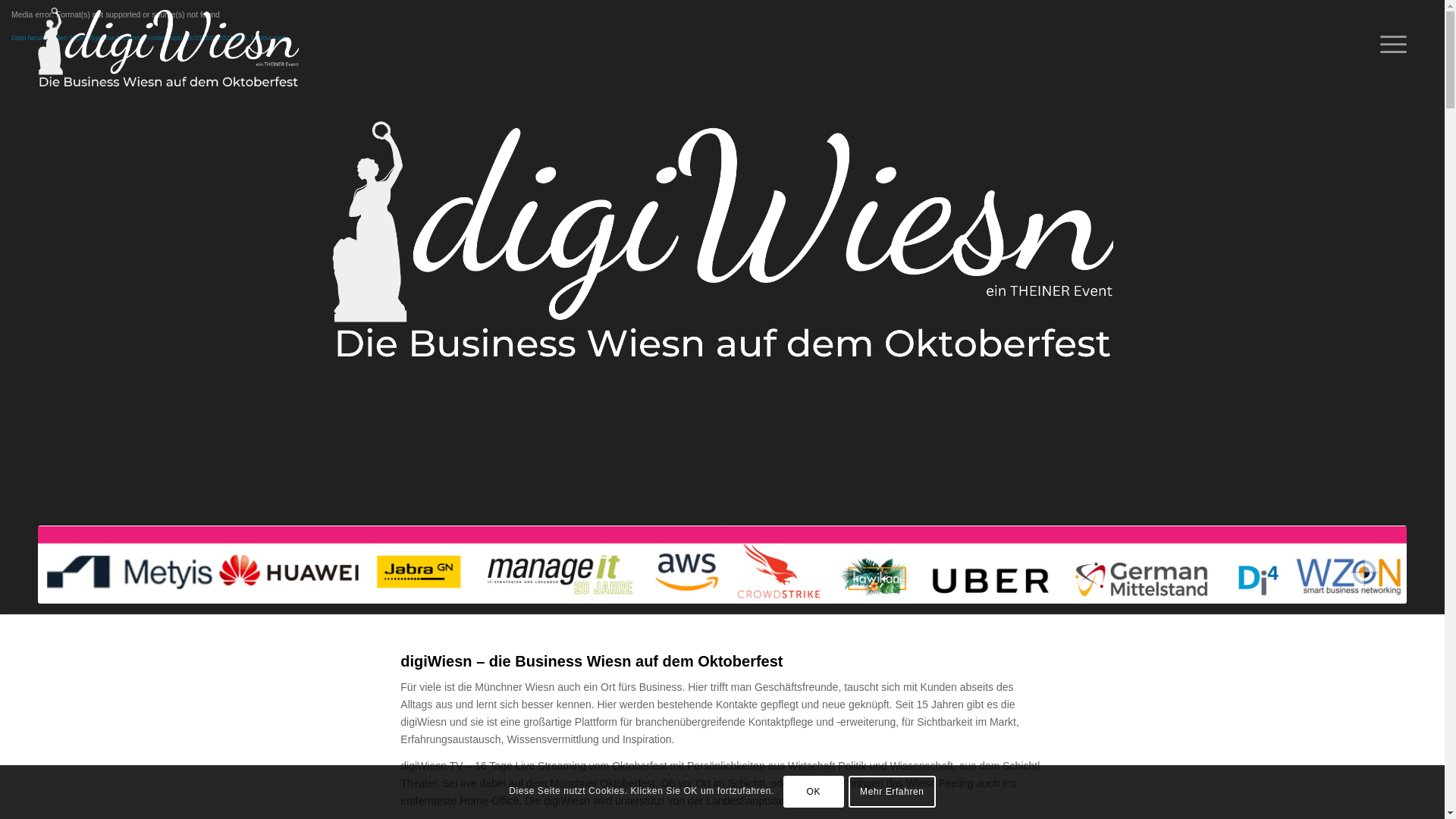 The height and width of the screenshot is (819, 1456). Describe the element at coordinates (892, 791) in the screenshot. I see `'Mehr Erfahren'` at that location.